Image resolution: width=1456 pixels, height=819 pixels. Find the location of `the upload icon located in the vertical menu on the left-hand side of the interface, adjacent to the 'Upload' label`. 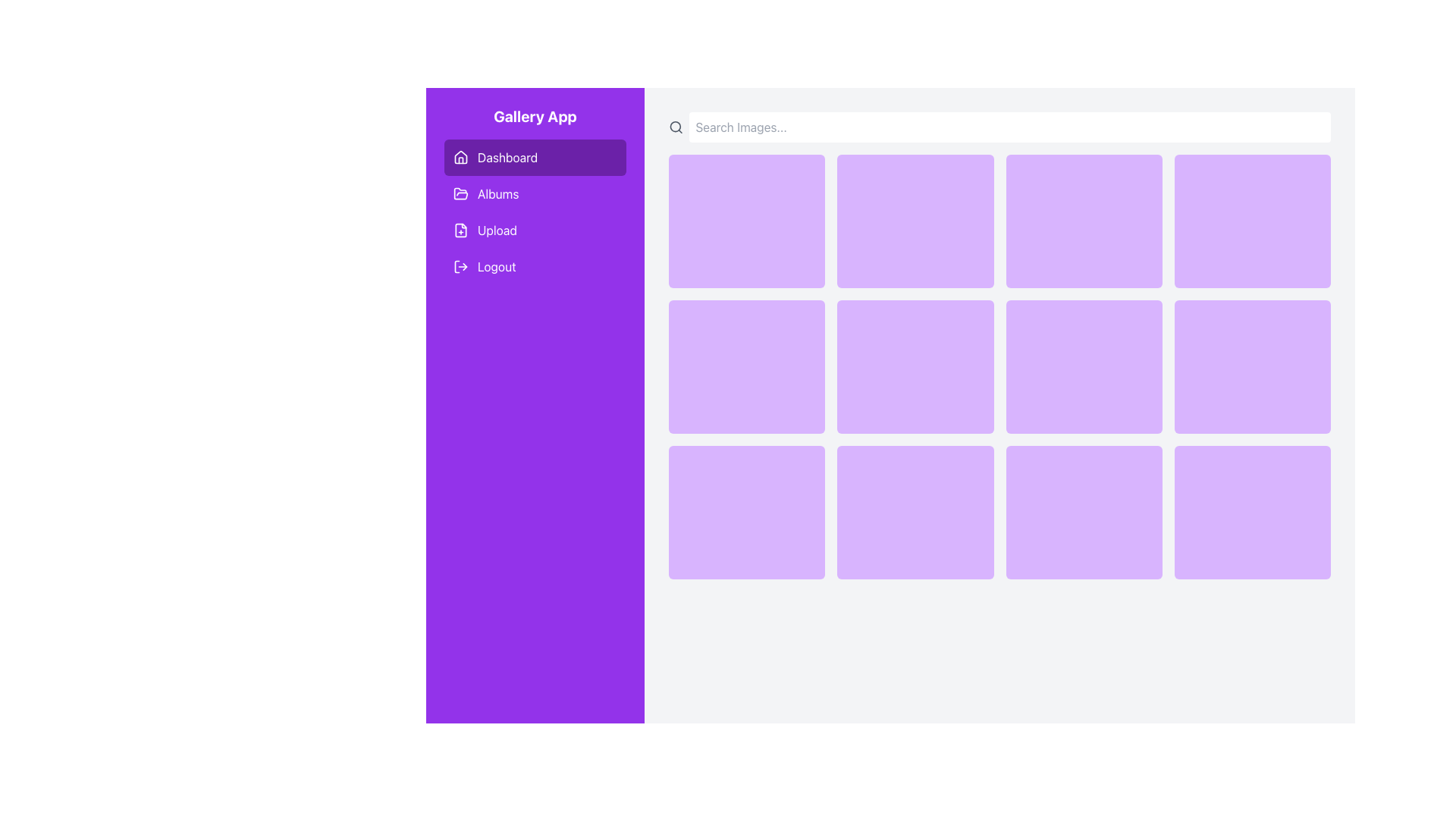

the upload icon located in the vertical menu on the left-hand side of the interface, adjacent to the 'Upload' label is located at coordinates (460, 231).